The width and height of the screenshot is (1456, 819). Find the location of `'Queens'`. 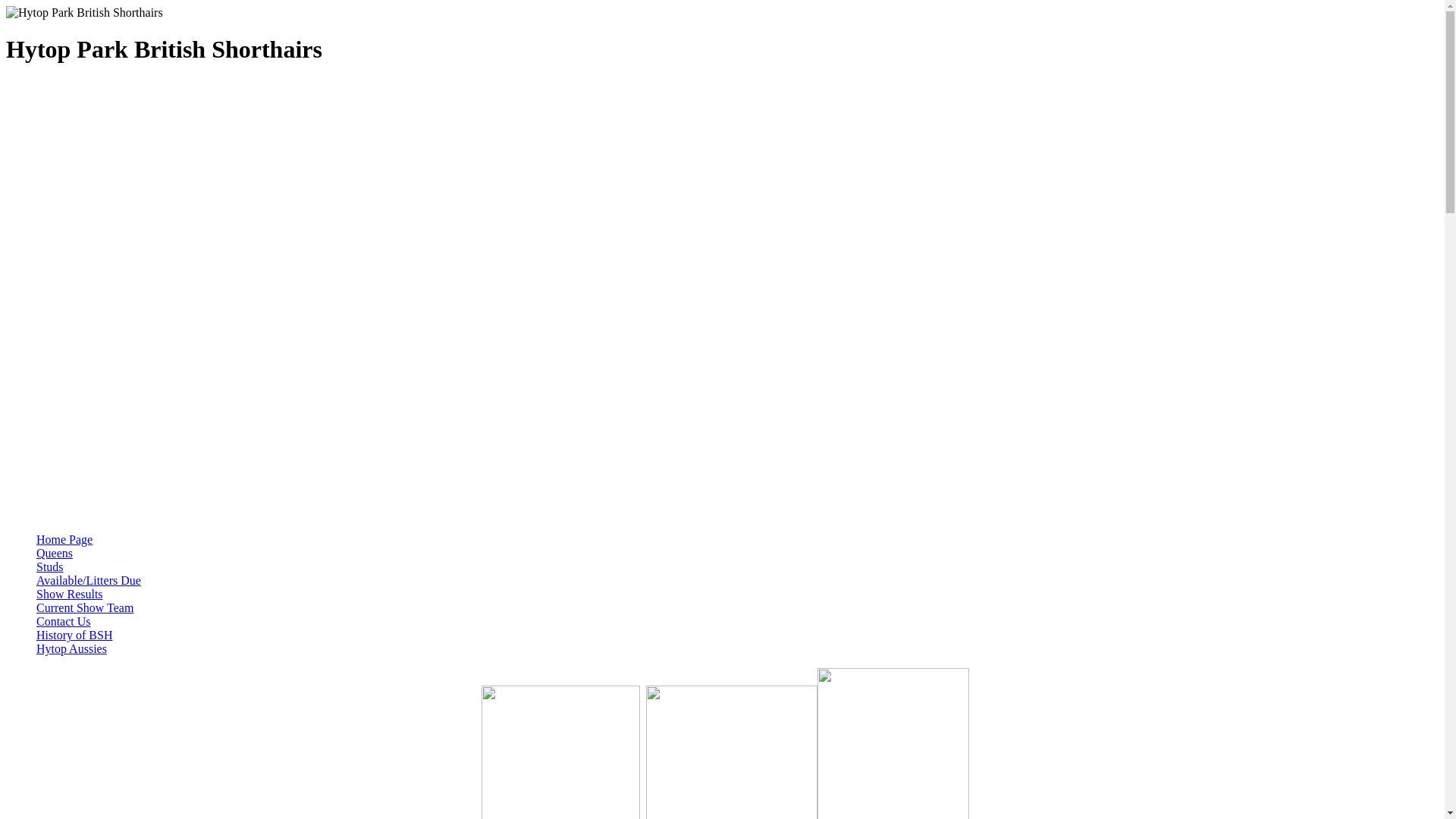

'Queens' is located at coordinates (55, 553).